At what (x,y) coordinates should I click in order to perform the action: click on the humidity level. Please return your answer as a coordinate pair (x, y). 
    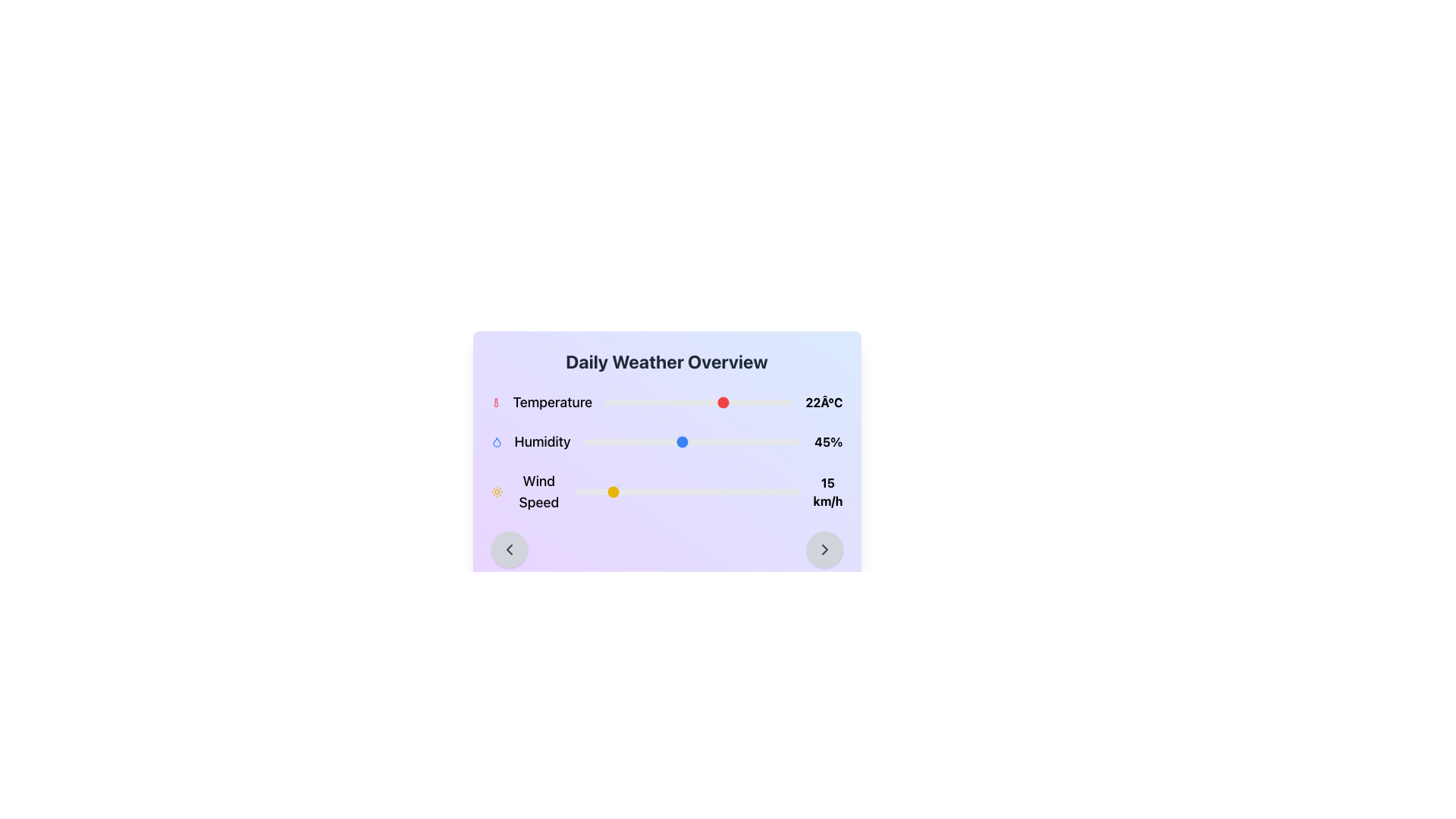
    Looking at the image, I should click on (741, 441).